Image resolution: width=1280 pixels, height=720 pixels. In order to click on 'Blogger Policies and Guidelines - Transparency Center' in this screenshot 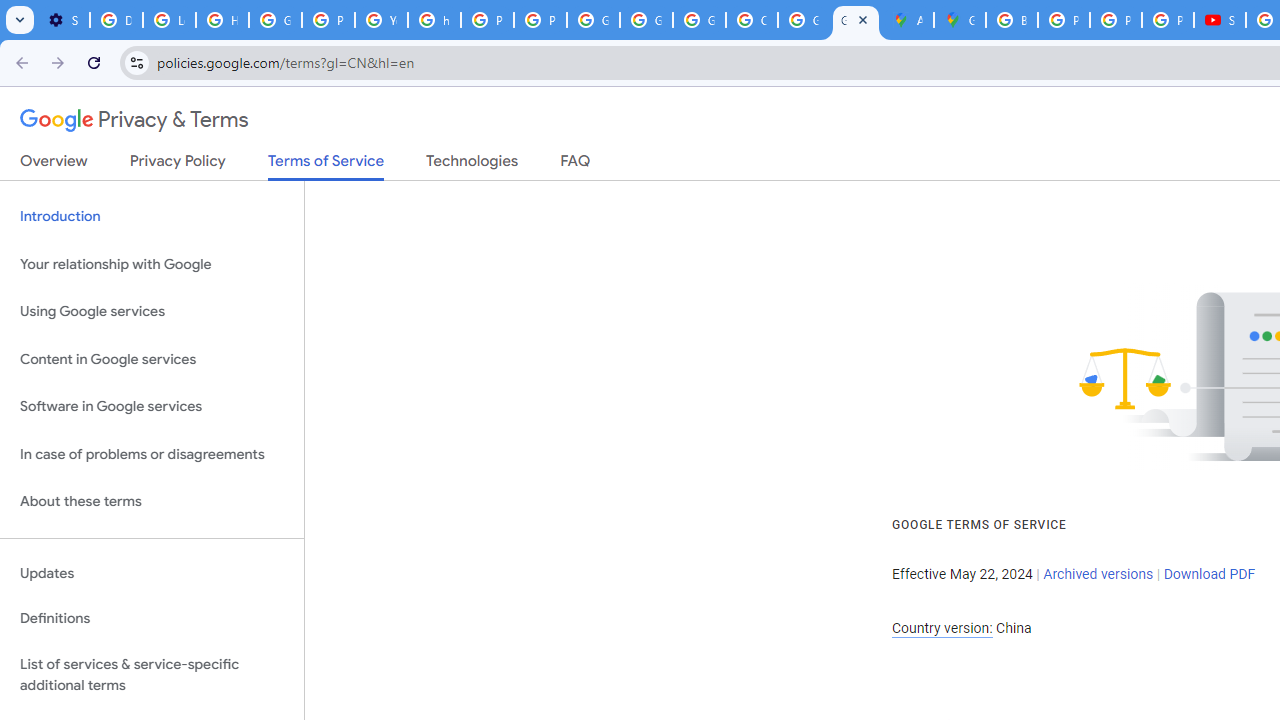, I will do `click(1011, 20)`.